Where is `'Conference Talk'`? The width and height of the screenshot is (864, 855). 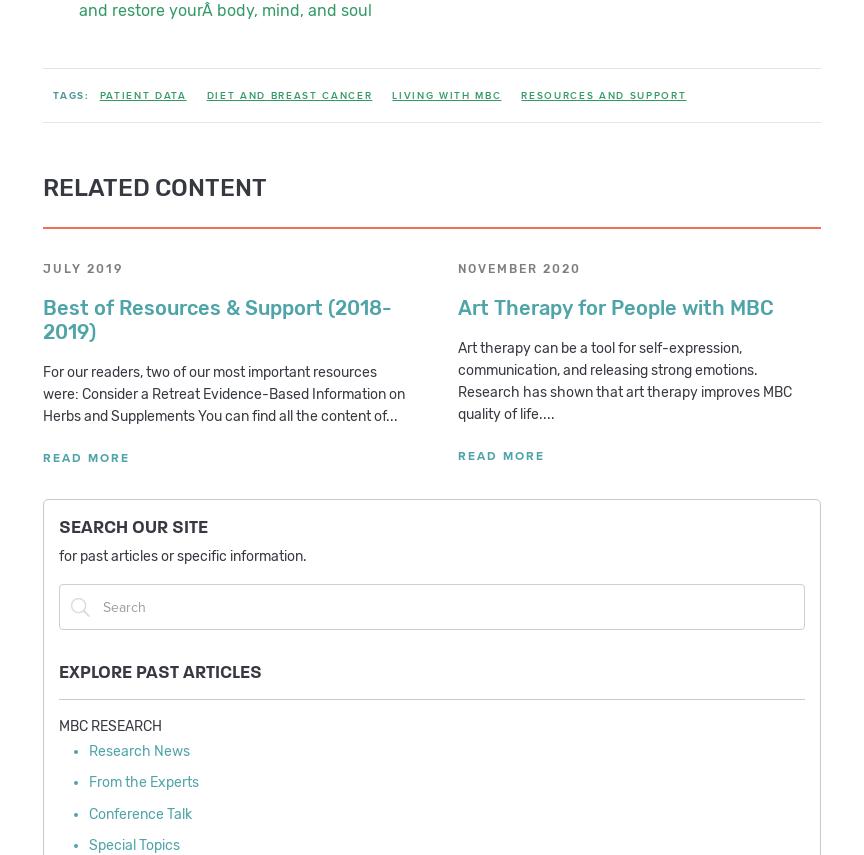
'Conference Talk' is located at coordinates (139, 813).